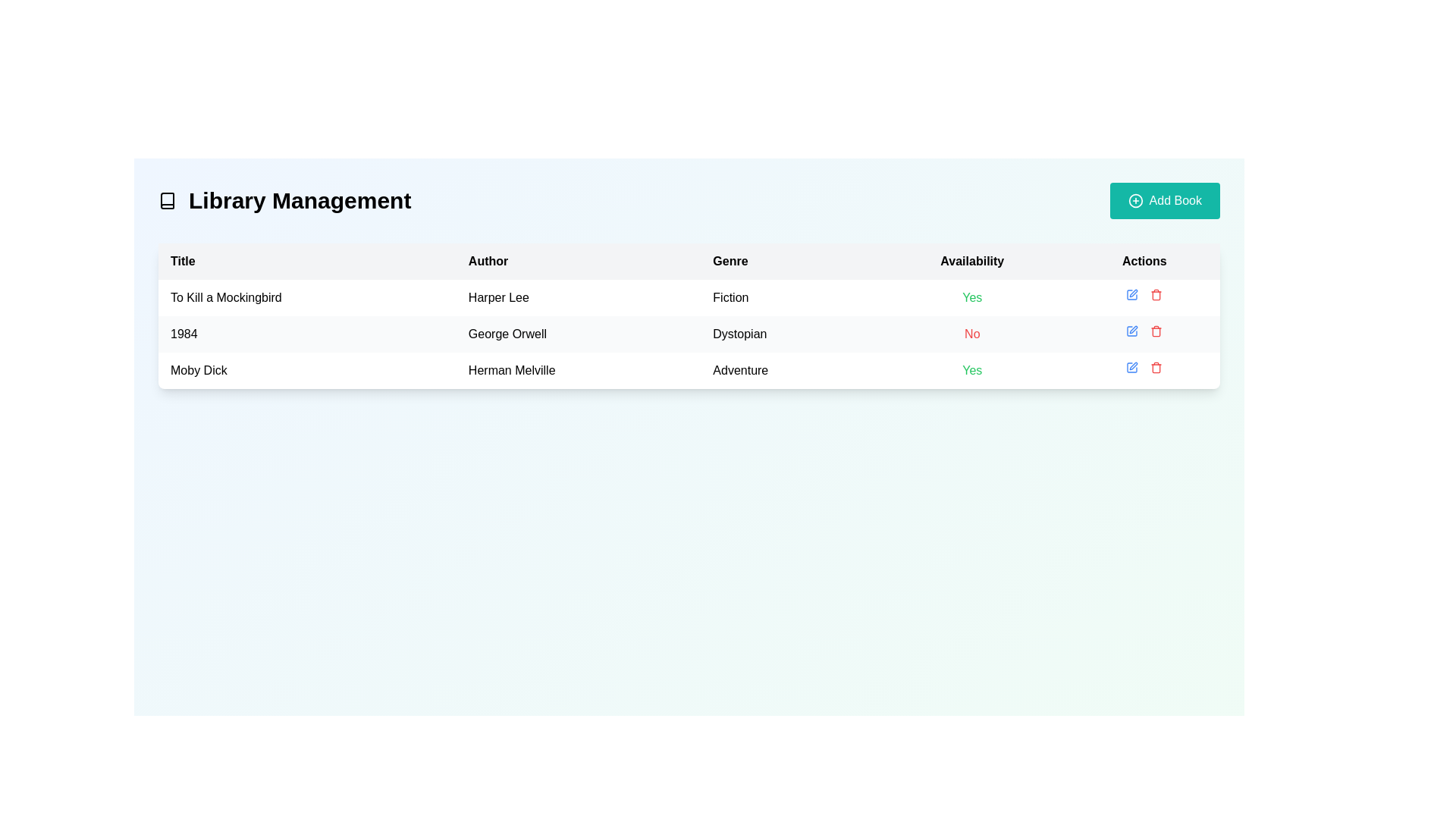 This screenshot has height=819, width=1456. I want to click on the blue icon button with a pen symbol in the actions column of the second row of the table, so click(1131, 295).